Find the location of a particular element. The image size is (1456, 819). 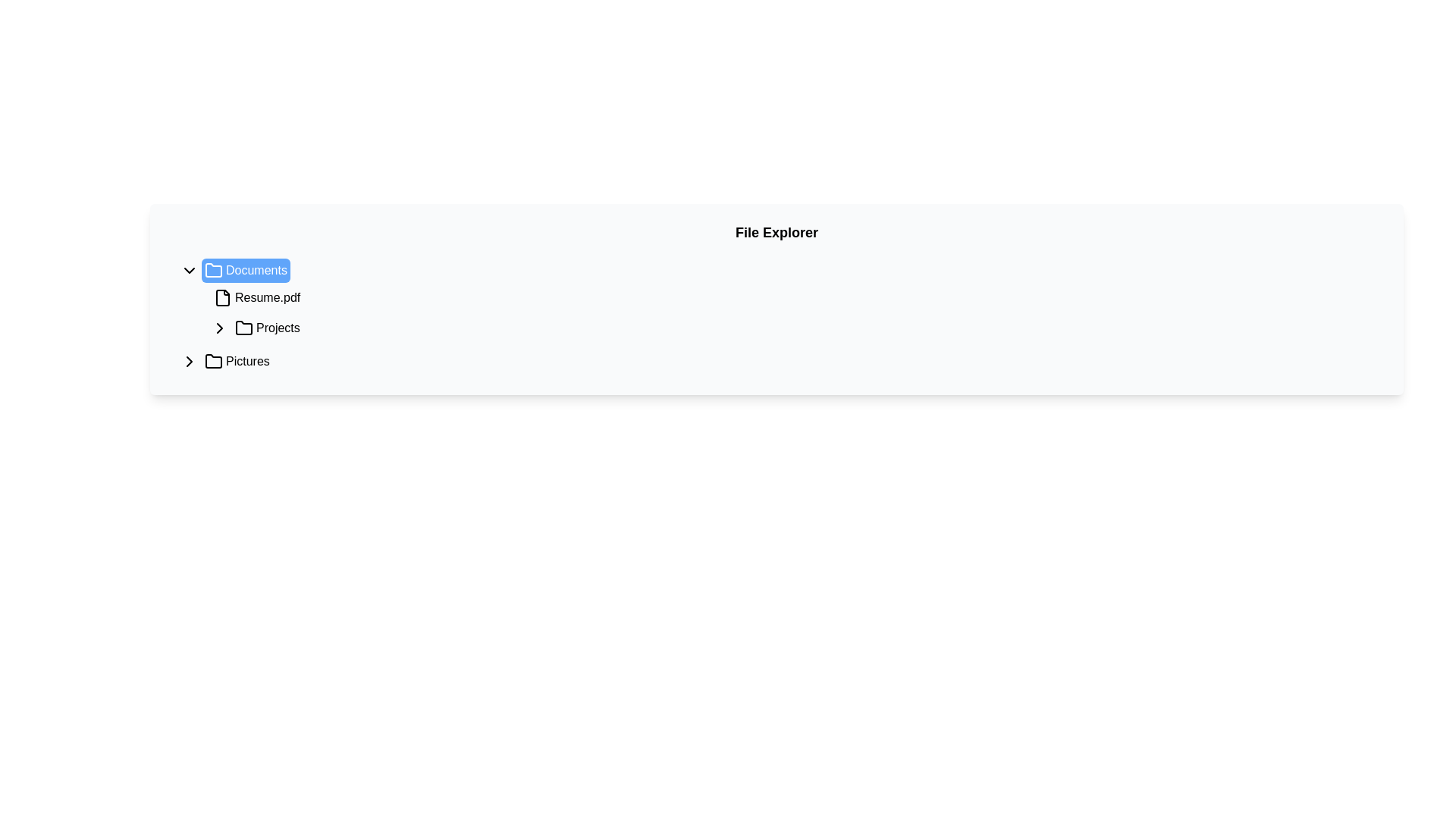

the blue folder icon located near the top-left edge of the interface is located at coordinates (213, 269).